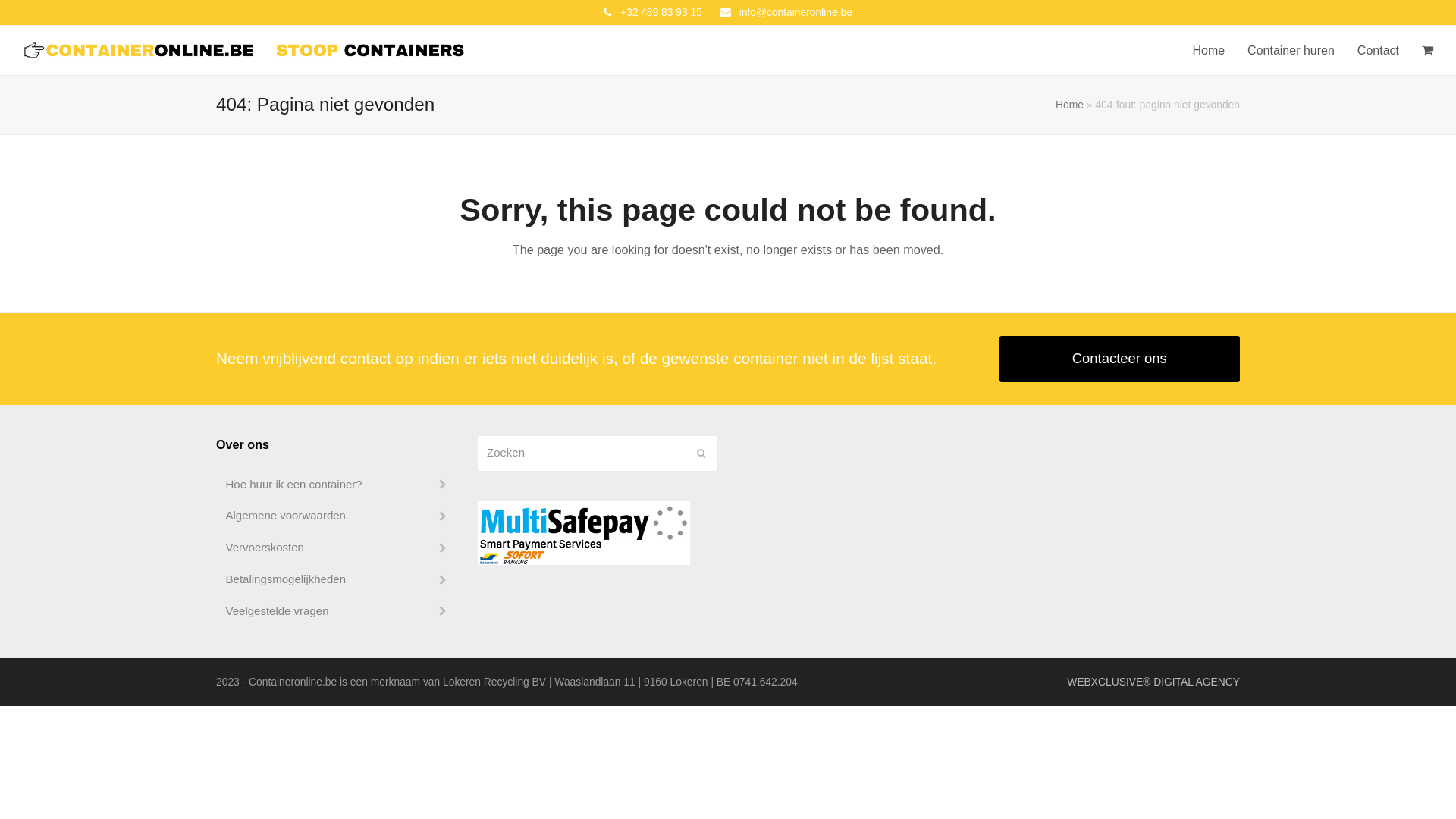 This screenshot has height=819, width=1456. What do you see at coordinates (1068, 104) in the screenshot?
I see `'Home'` at bounding box center [1068, 104].